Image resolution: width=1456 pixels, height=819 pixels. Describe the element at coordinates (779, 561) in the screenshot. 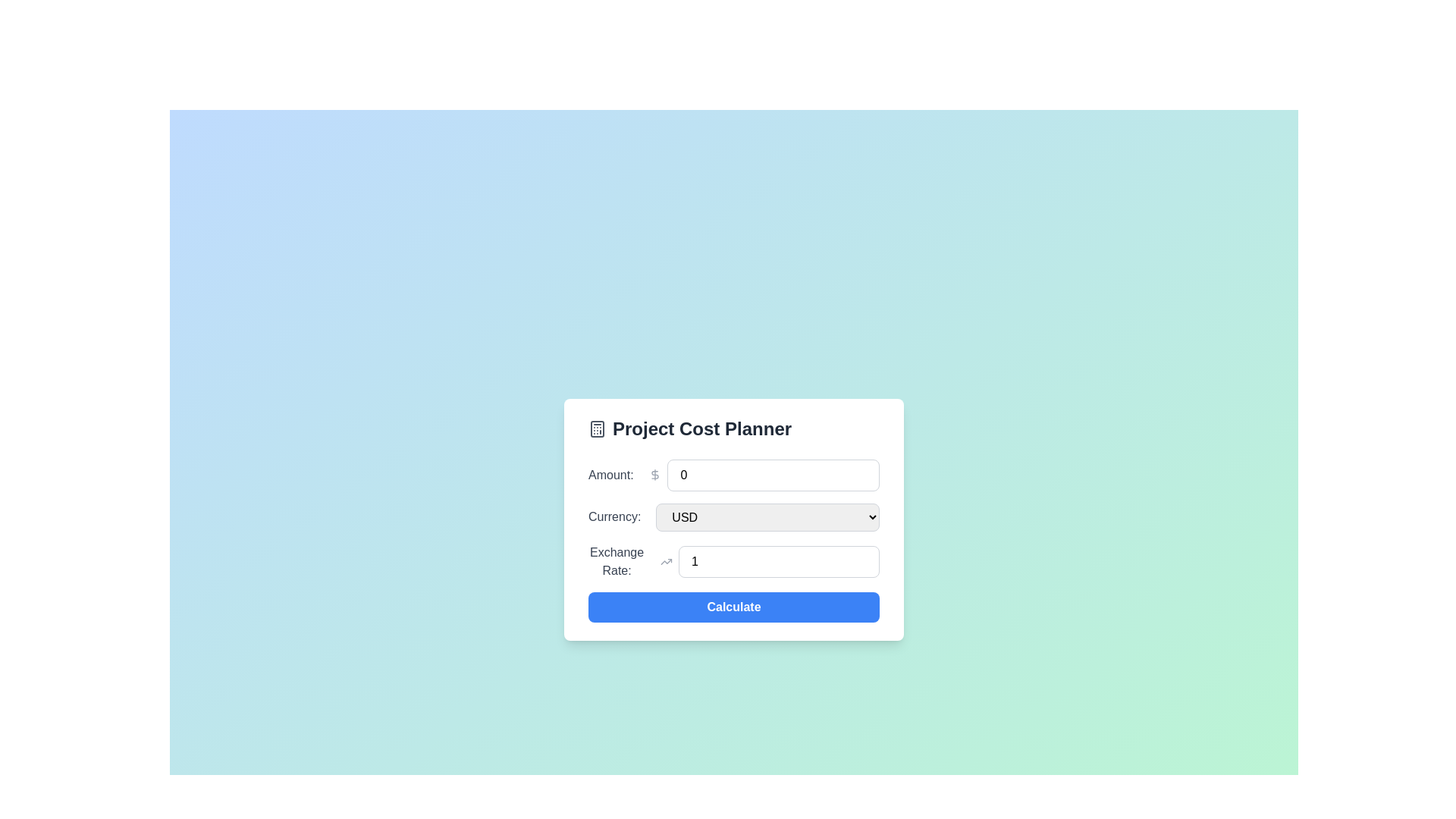

I see `the numerical input field for the exchange rate in the 'Project Cost Planner' form to focus on it` at that location.